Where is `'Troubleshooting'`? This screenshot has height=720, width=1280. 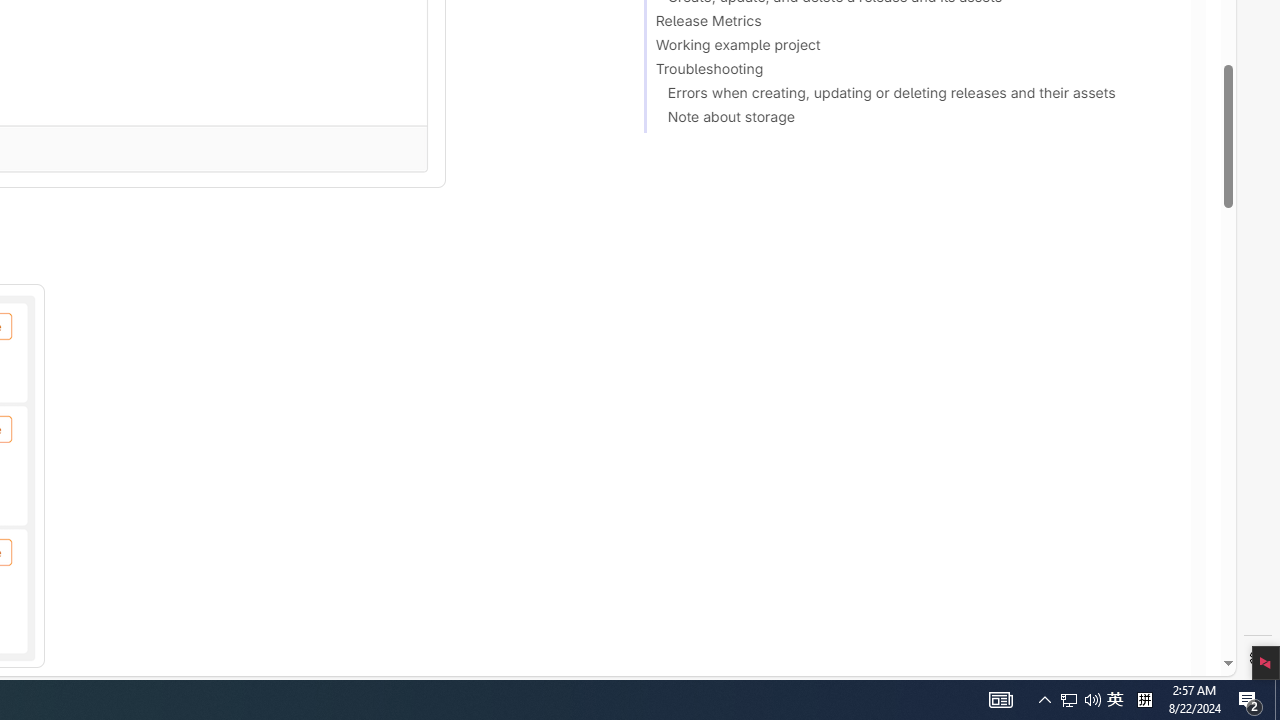
'Troubleshooting' is located at coordinates (907, 71).